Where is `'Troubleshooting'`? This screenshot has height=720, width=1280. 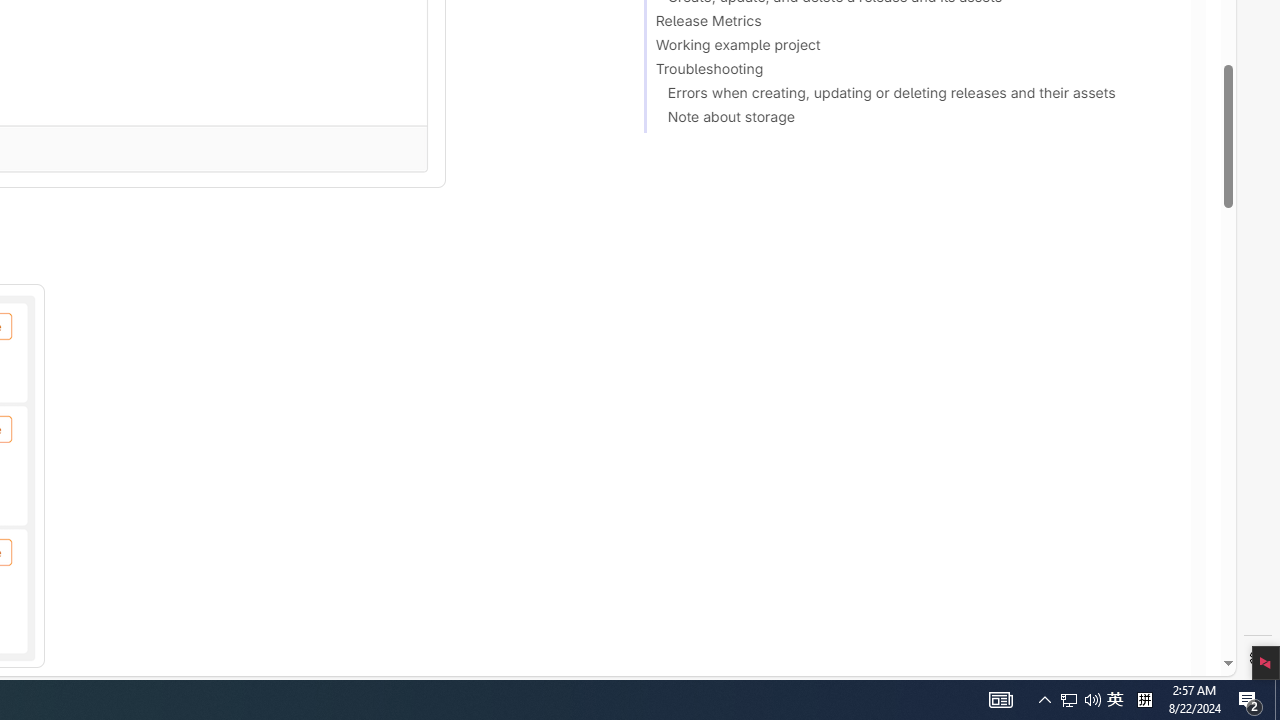
'Troubleshooting' is located at coordinates (907, 71).